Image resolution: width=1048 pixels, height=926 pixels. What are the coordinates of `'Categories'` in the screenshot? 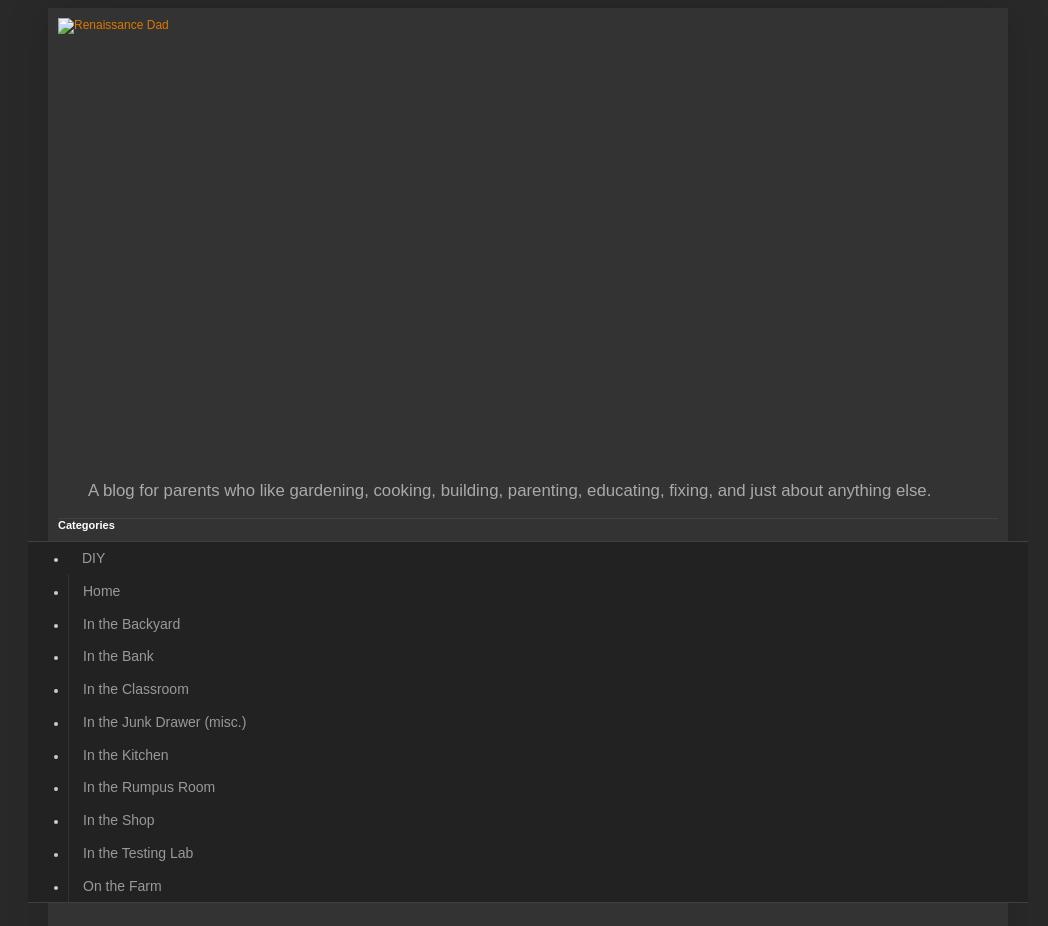 It's located at (86, 523).